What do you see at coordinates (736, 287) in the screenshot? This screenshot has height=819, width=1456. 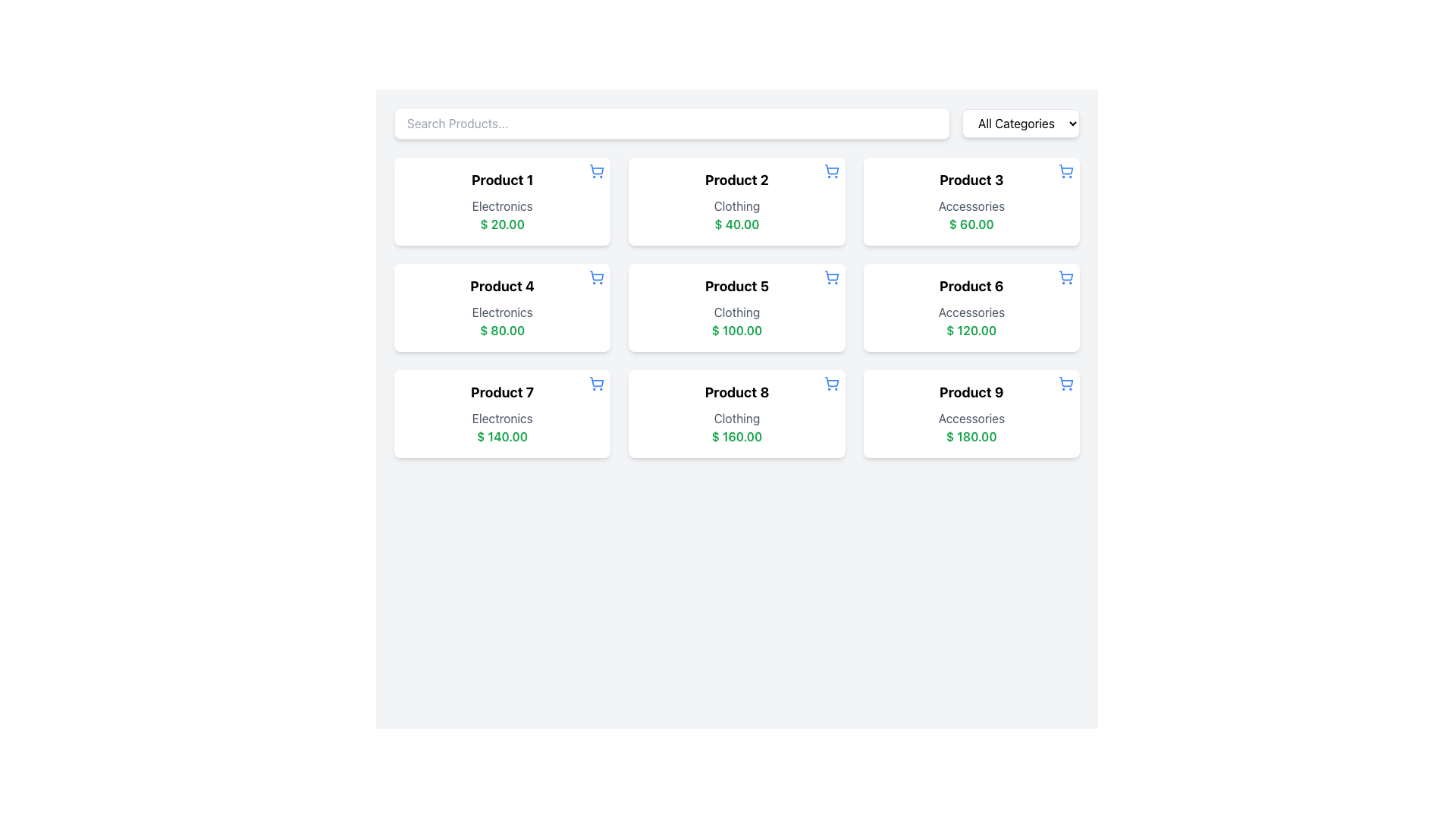 I see `the bold black text label 'Product 5' which is centrally aligned within a white card in the grid layout` at bounding box center [736, 287].